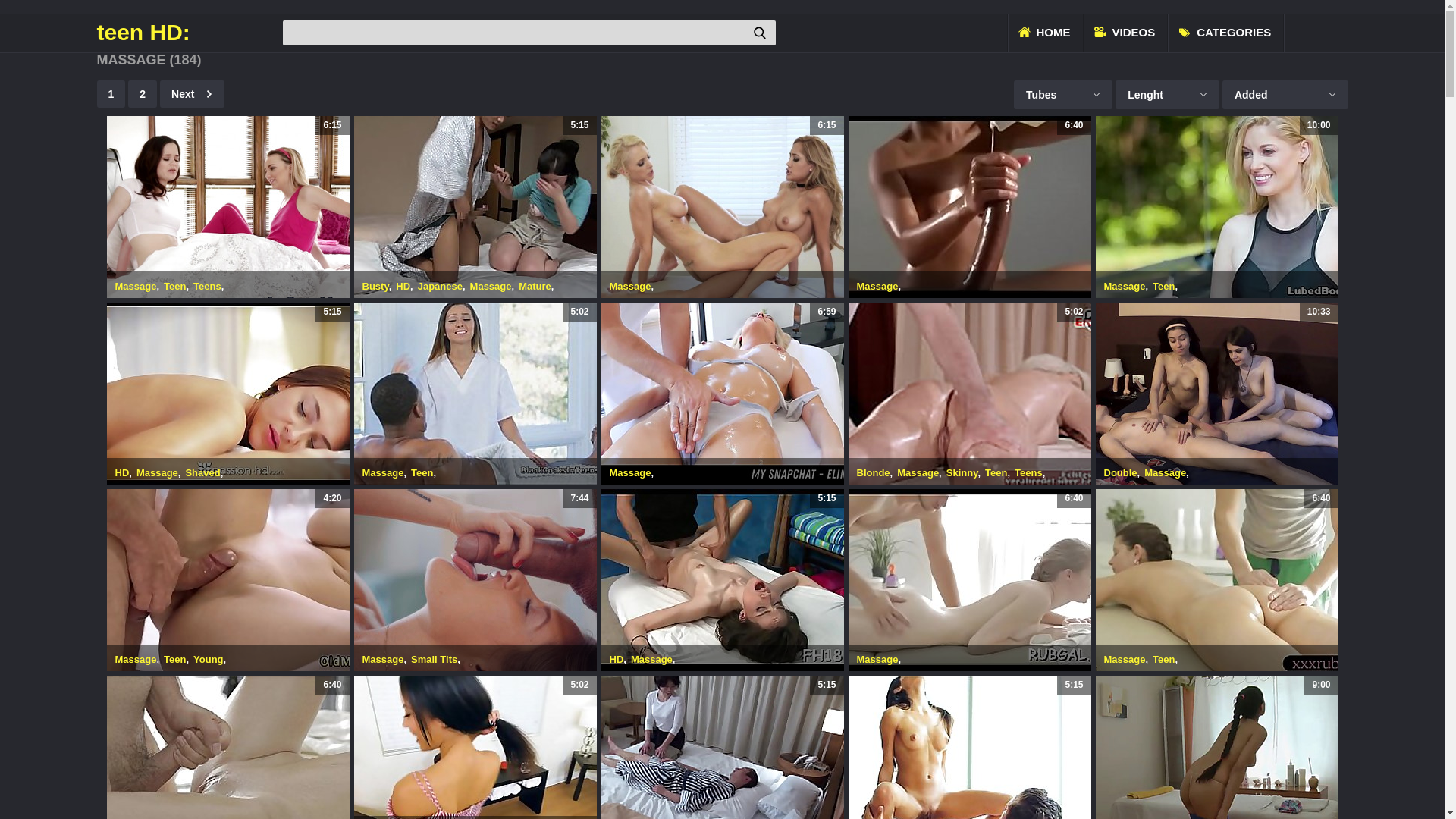 This screenshot has width=1456, height=819. Describe the element at coordinates (968, 579) in the screenshot. I see `'6:40'` at that location.